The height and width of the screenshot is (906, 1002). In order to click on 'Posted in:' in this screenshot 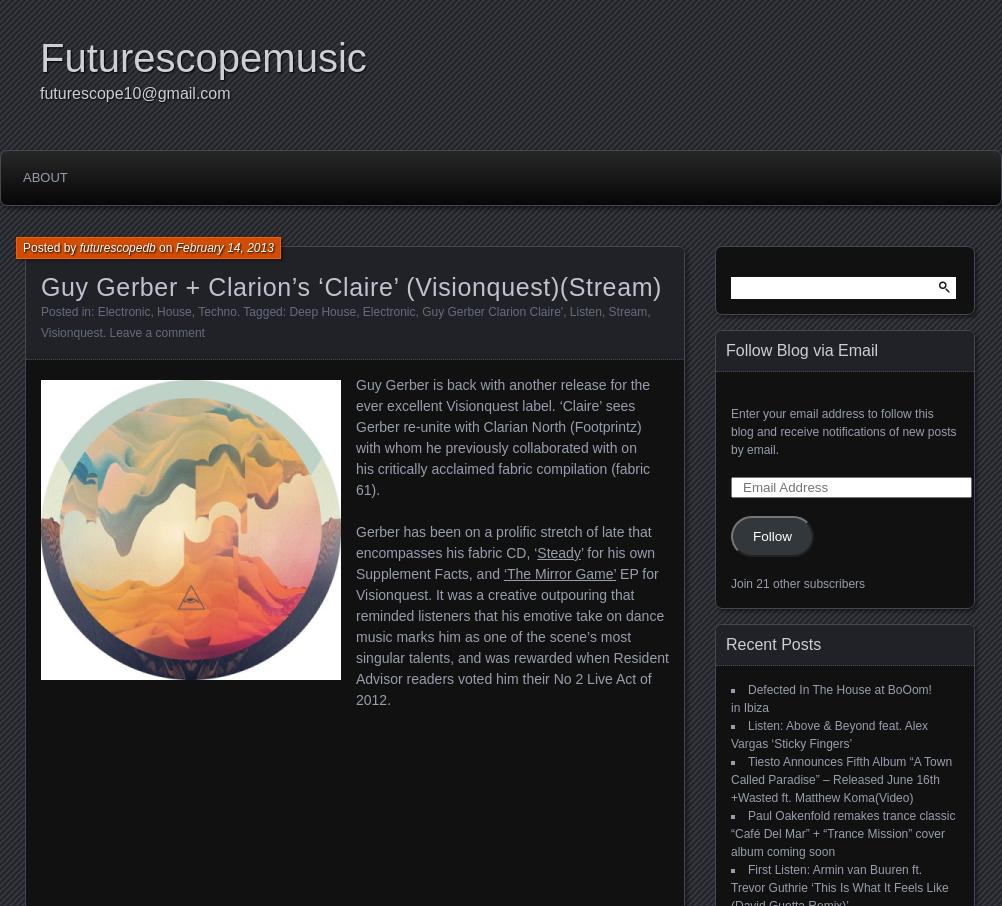, I will do `click(69, 311)`.